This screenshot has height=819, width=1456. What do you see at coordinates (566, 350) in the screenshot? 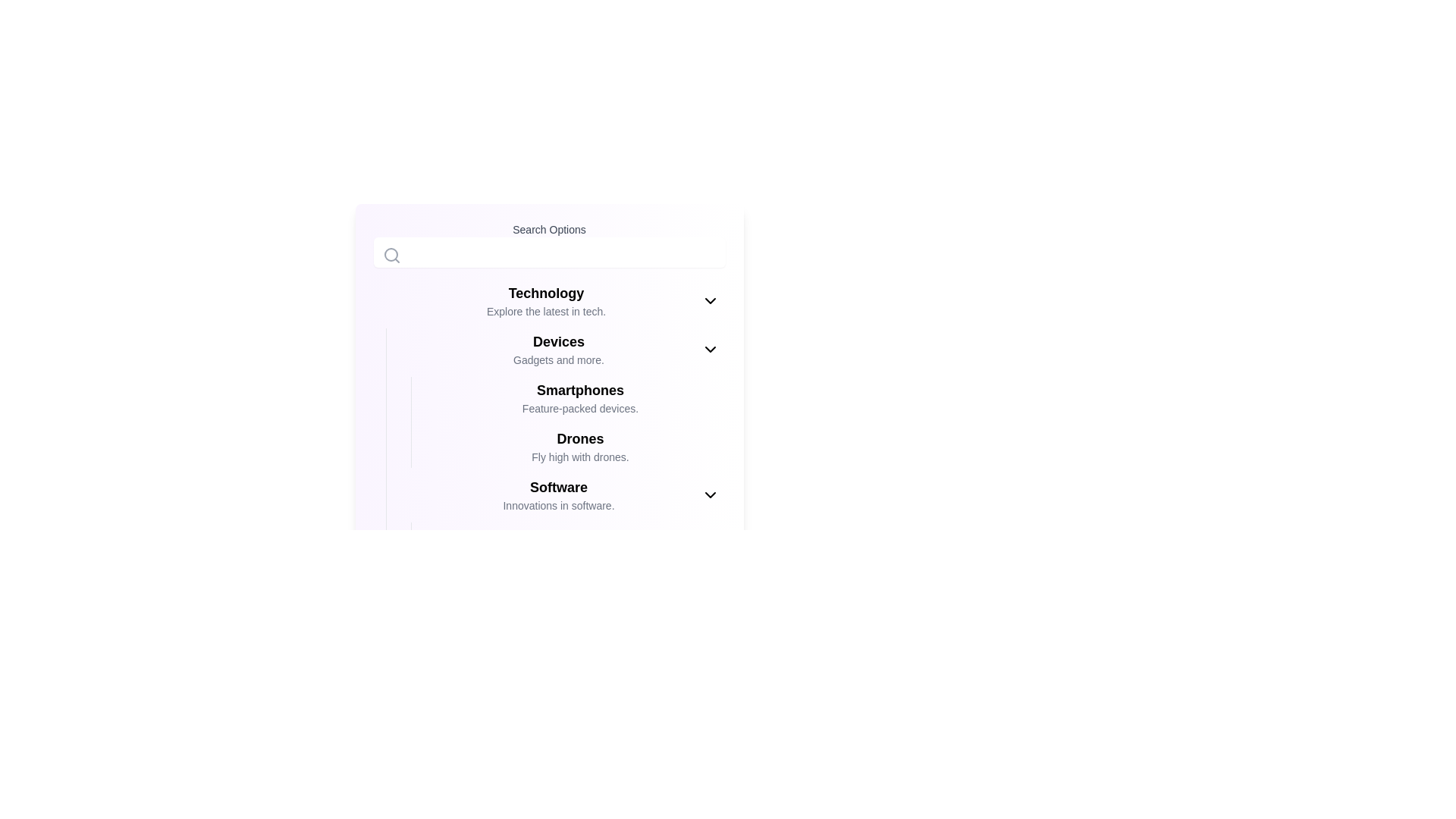
I see `the clickable navigation menu item for 'Devices', which is located directly below the 'Technology' section in the navigation interface` at bounding box center [566, 350].